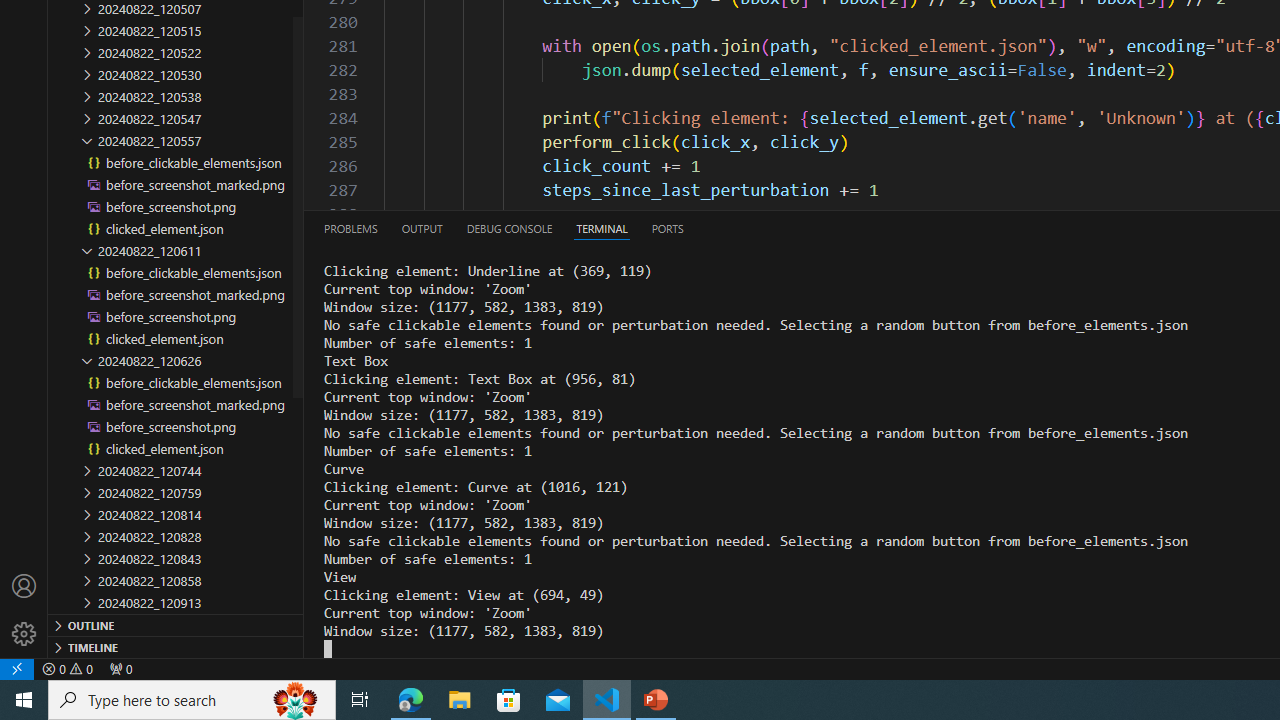  Describe the element at coordinates (601, 227) in the screenshot. I see `'Terminal (Ctrl+`)'` at that location.